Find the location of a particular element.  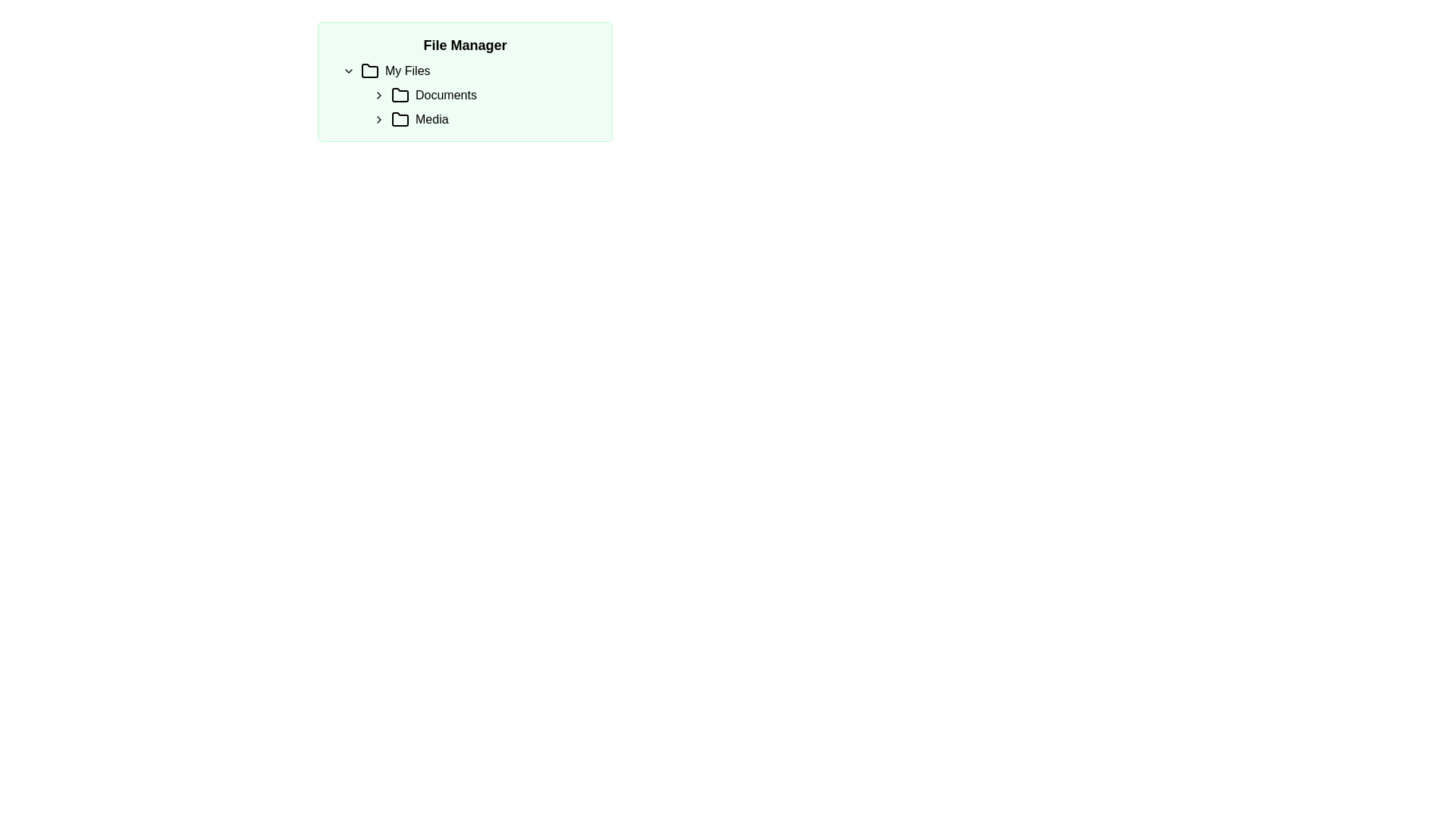

the 'My Files' collapsible folder node in the file browser interface is located at coordinates (470, 71).